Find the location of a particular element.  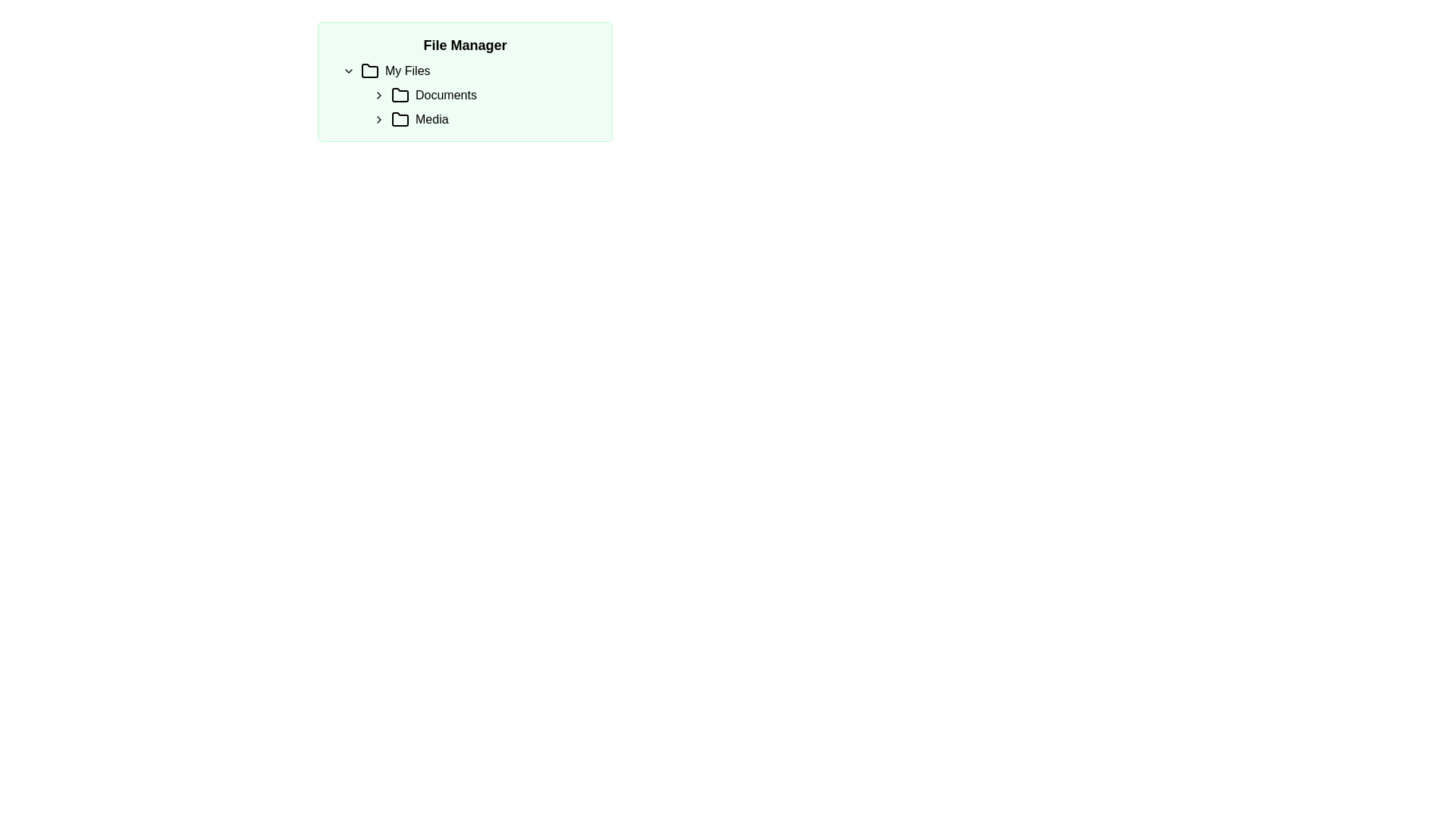

the 'My Files' collapsible folder node in the file browser interface is located at coordinates (470, 71).